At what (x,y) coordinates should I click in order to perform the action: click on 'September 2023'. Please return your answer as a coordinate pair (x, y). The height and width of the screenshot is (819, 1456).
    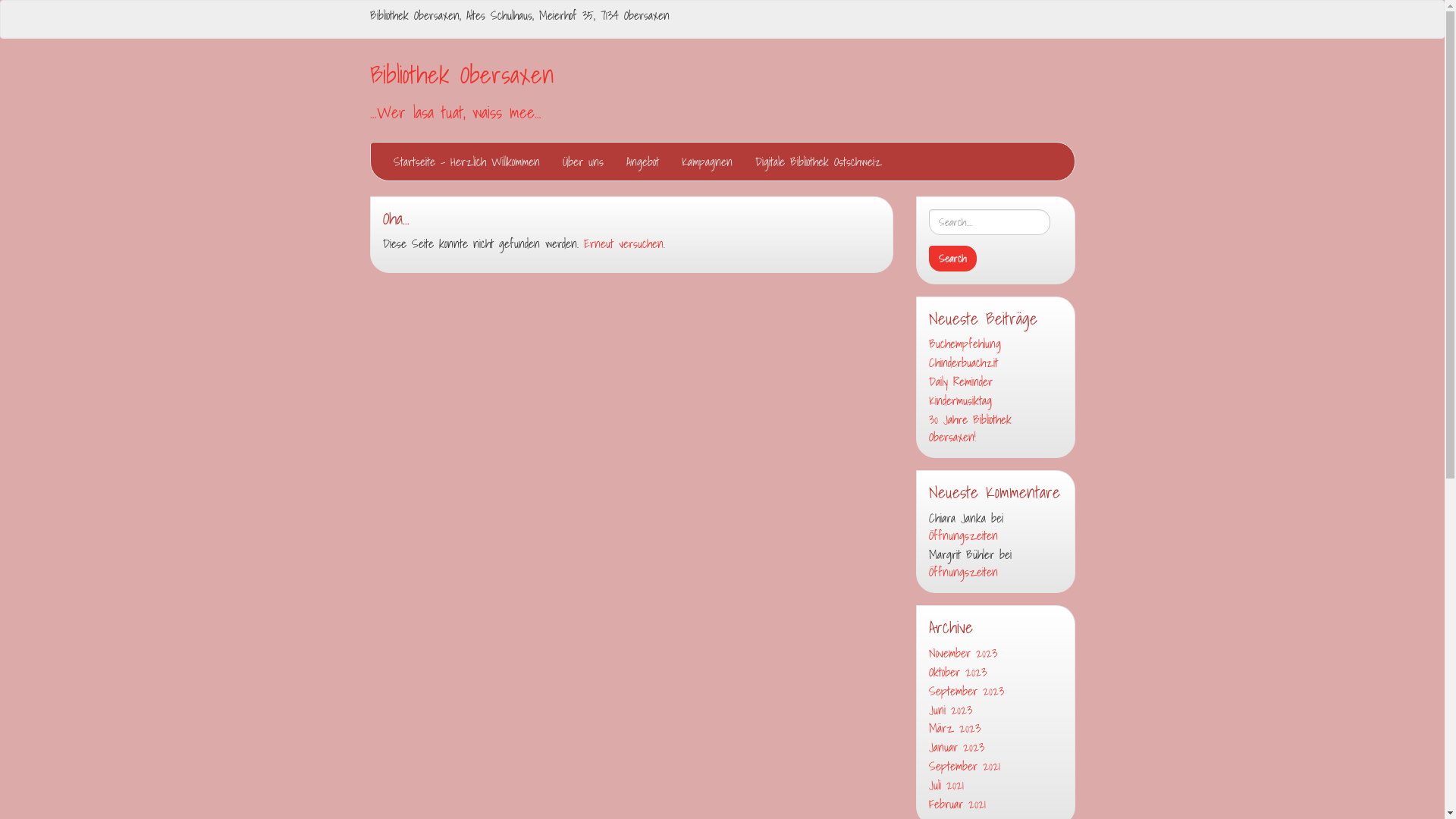
    Looking at the image, I should click on (994, 691).